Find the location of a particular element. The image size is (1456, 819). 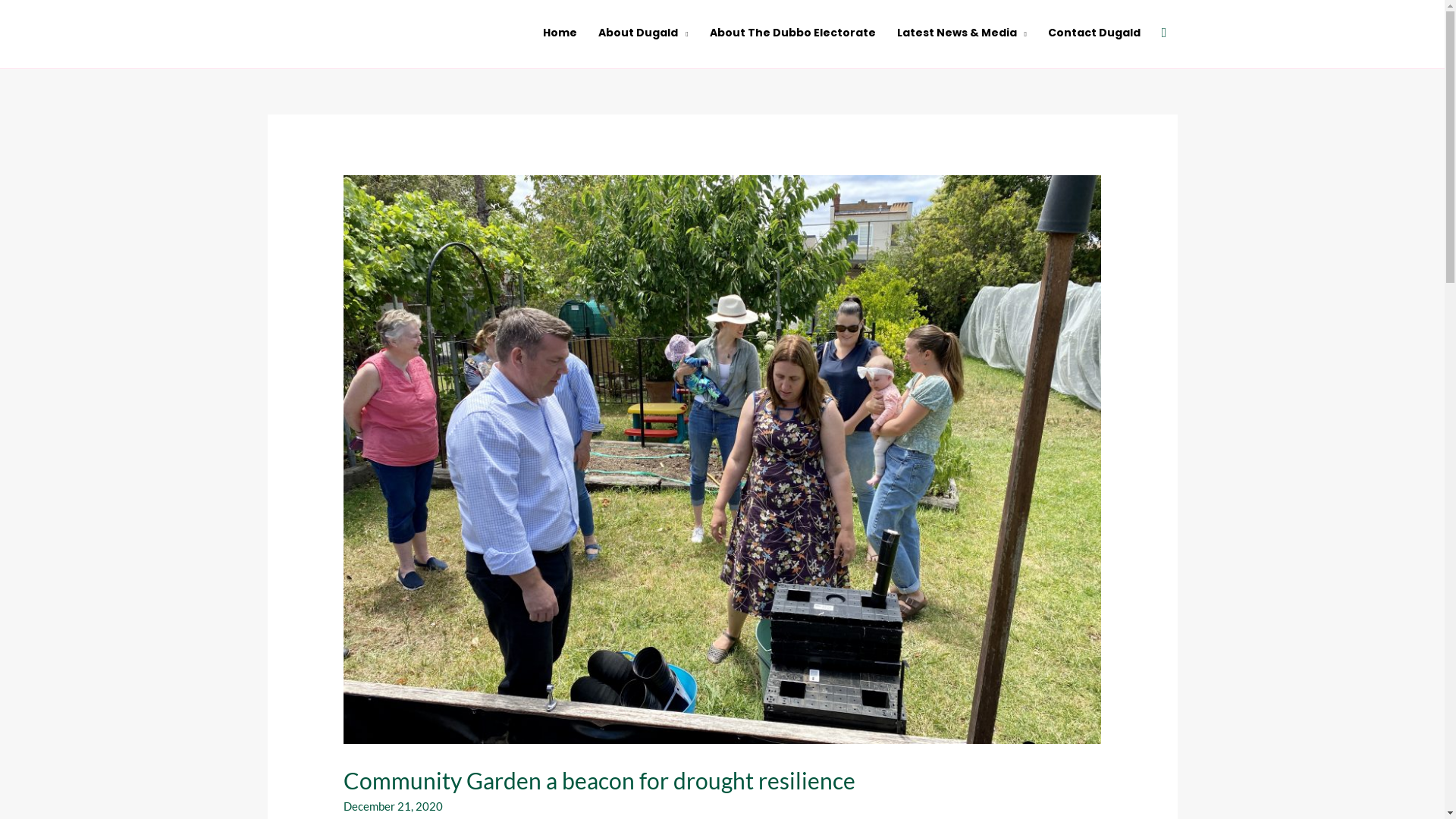

'Contact Dugald' is located at coordinates (1037, 32).